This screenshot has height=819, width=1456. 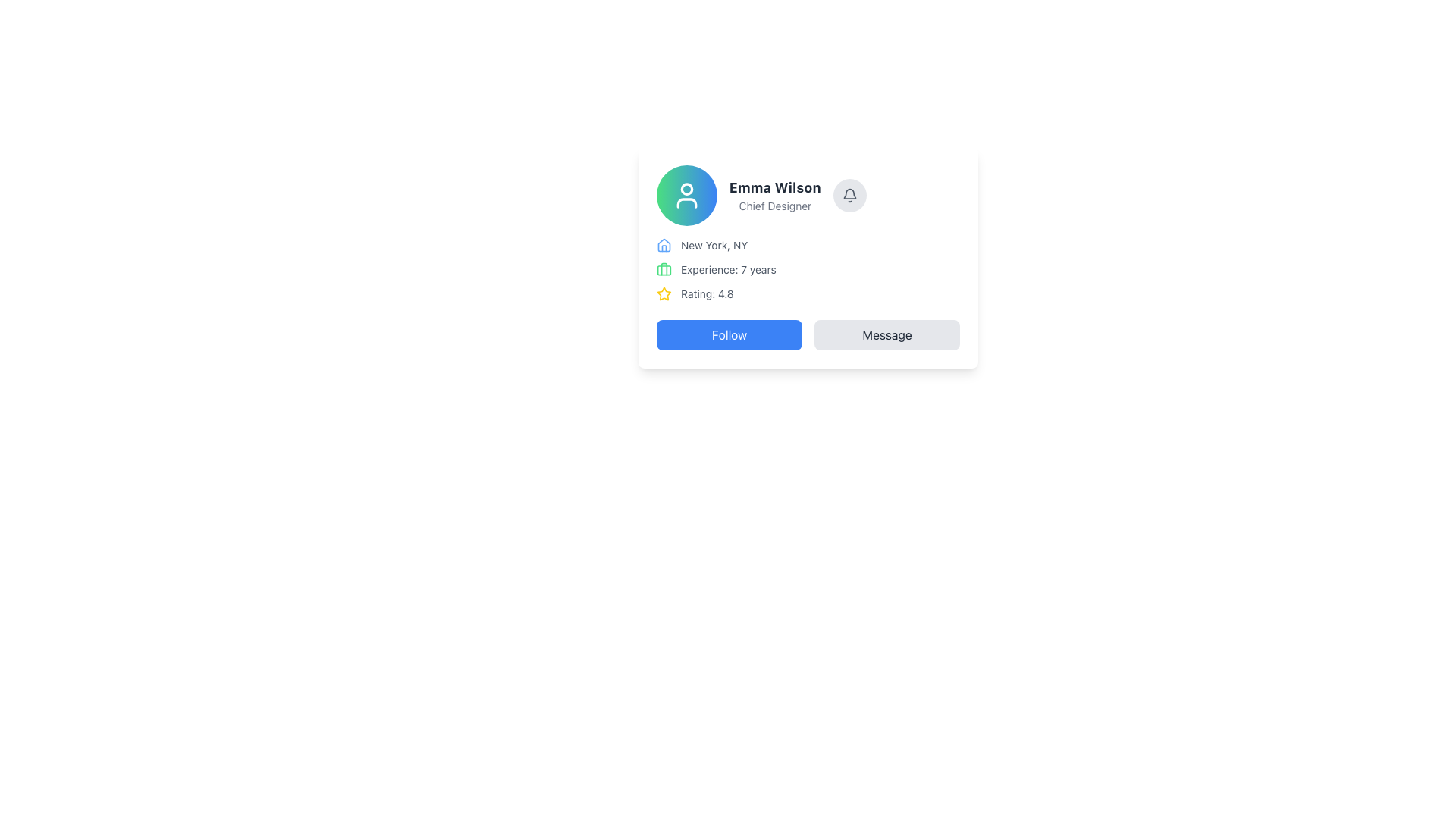 I want to click on the rightmost button labeled 'Message' with a light gray background, so click(x=887, y=334).